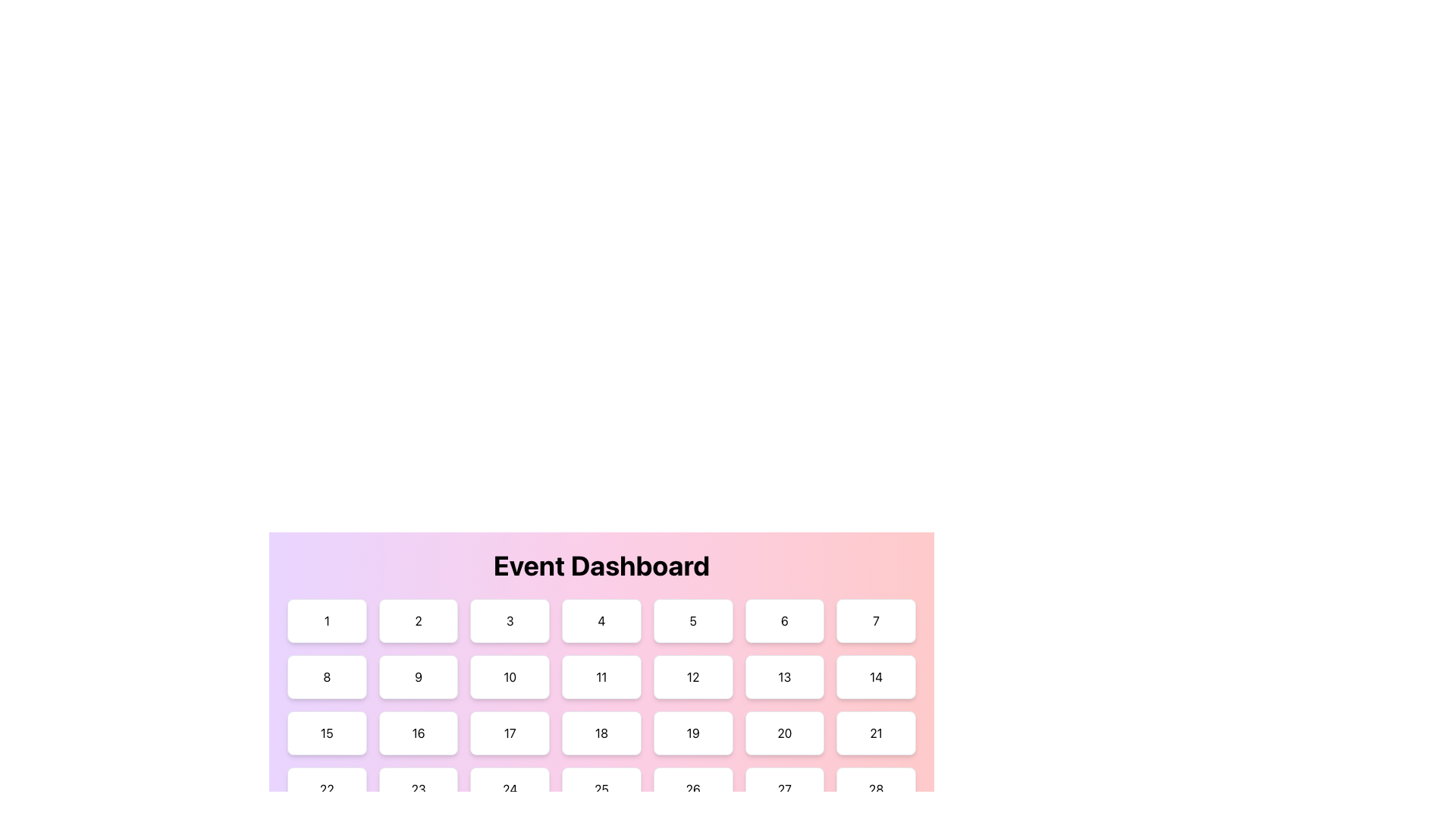 The image size is (1456, 819). What do you see at coordinates (876, 733) in the screenshot?
I see `the square button labeled '21' which is` at bounding box center [876, 733].